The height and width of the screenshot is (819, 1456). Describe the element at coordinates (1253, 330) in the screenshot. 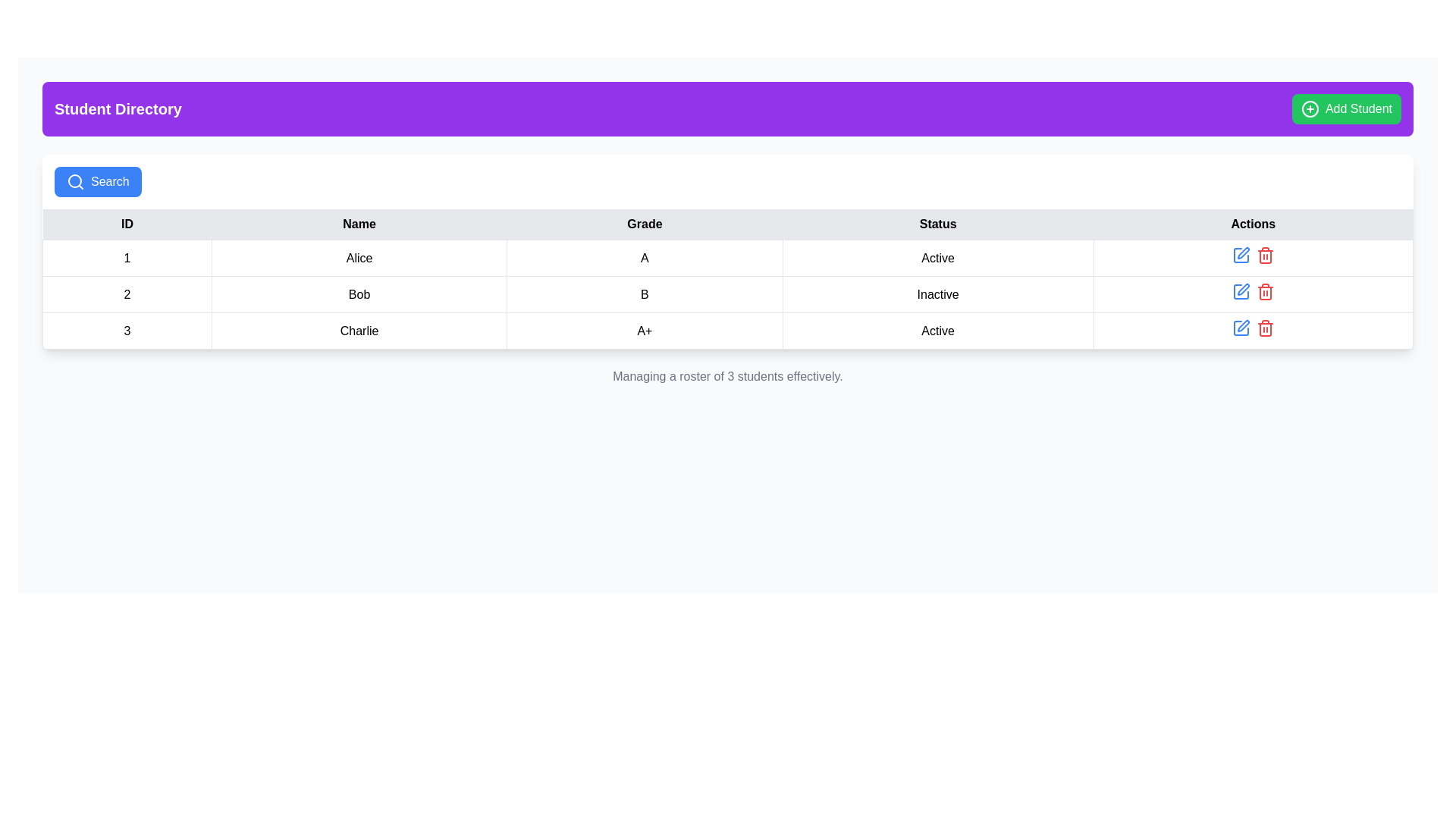

I see `the blue pencil icon located in the fifth column of the row corresponding to the student 'Charlie'` at that location.